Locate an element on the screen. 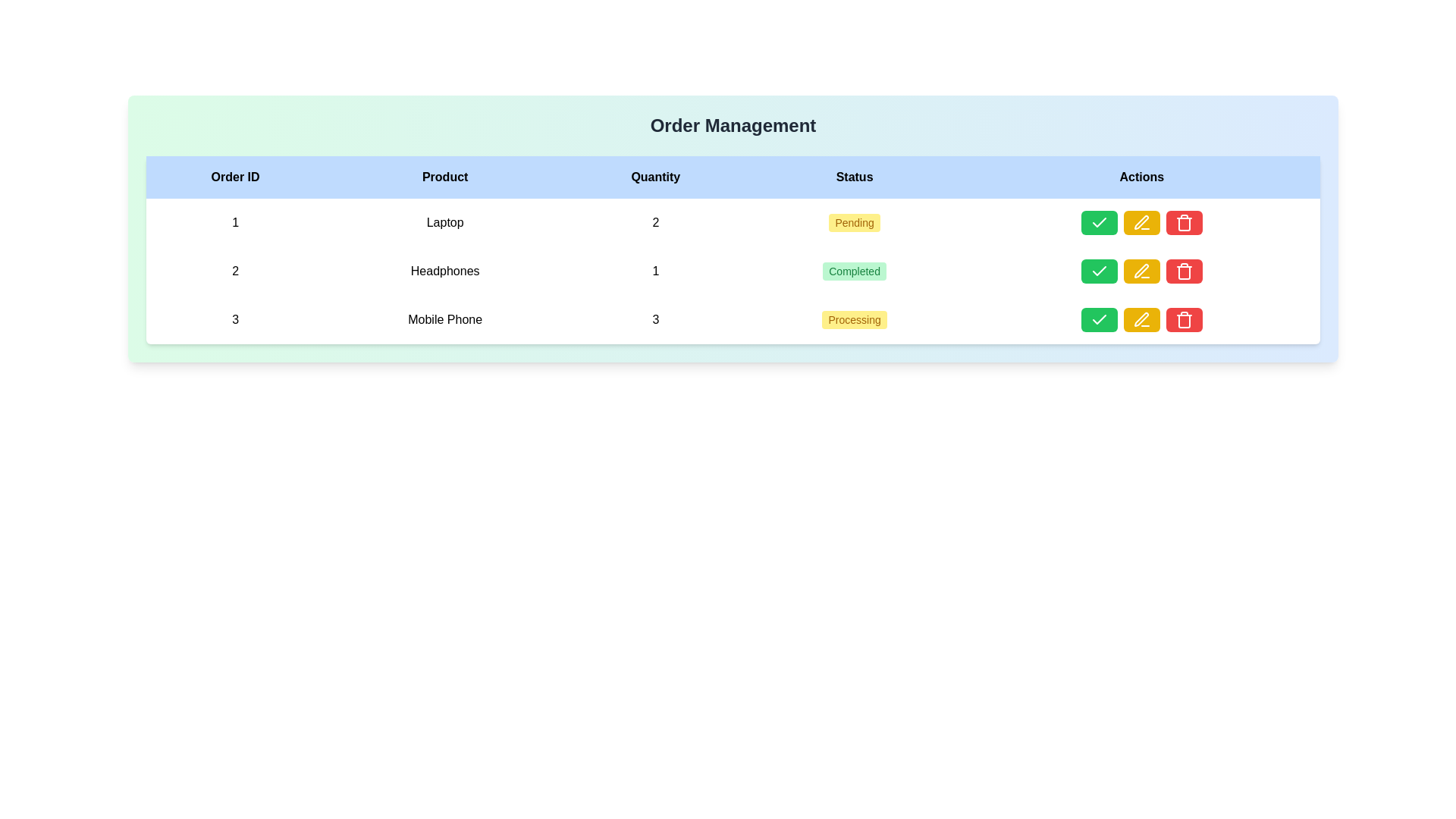 This screenshot has width=1456, height=819. the 'Actions' table header, which is a bold black text element centrally aligned on a light blue background, located in the upper-right corner of the table header row is located at coordinates (1141, 177).